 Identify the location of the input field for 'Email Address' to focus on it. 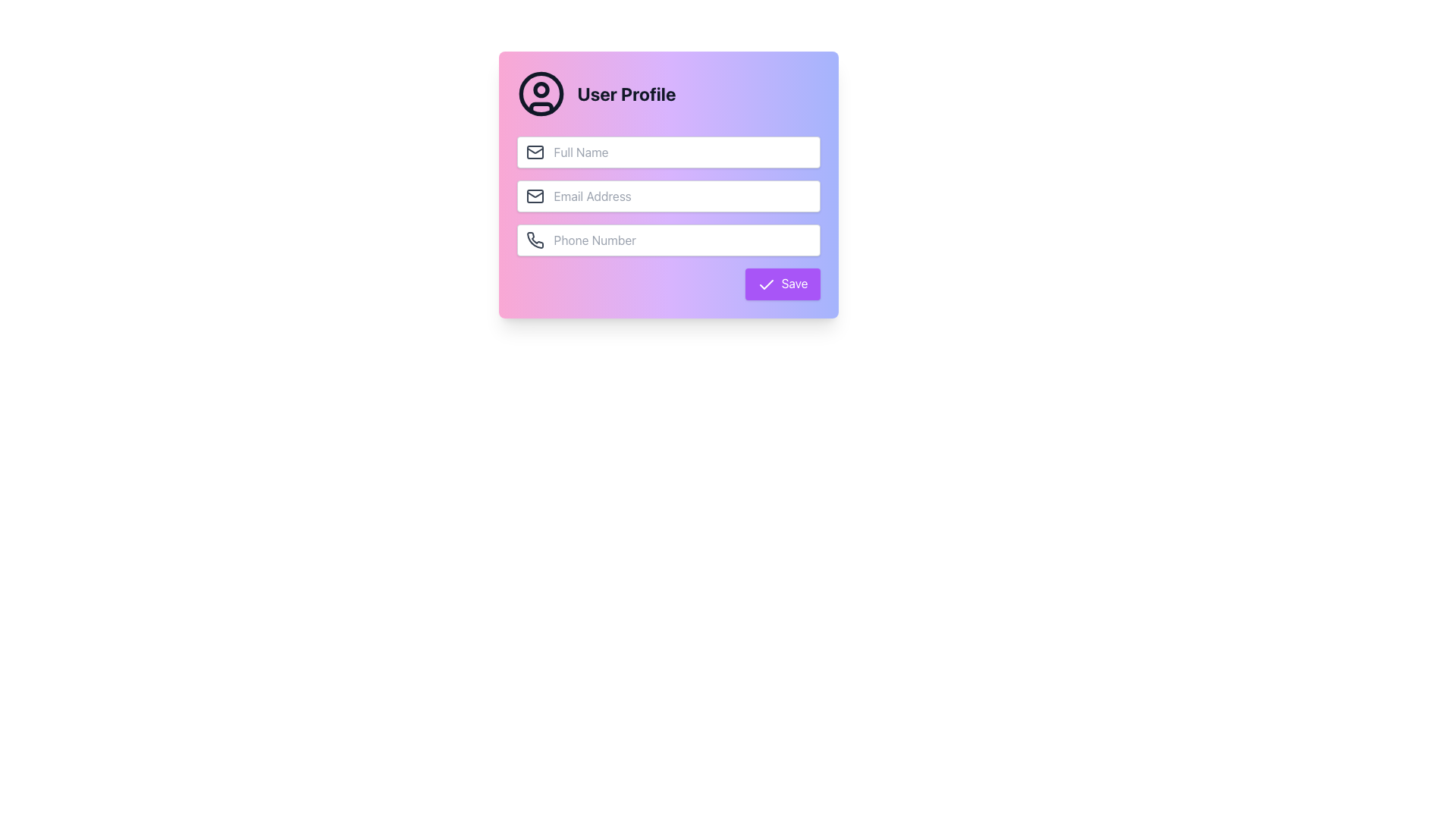
(667, 195).